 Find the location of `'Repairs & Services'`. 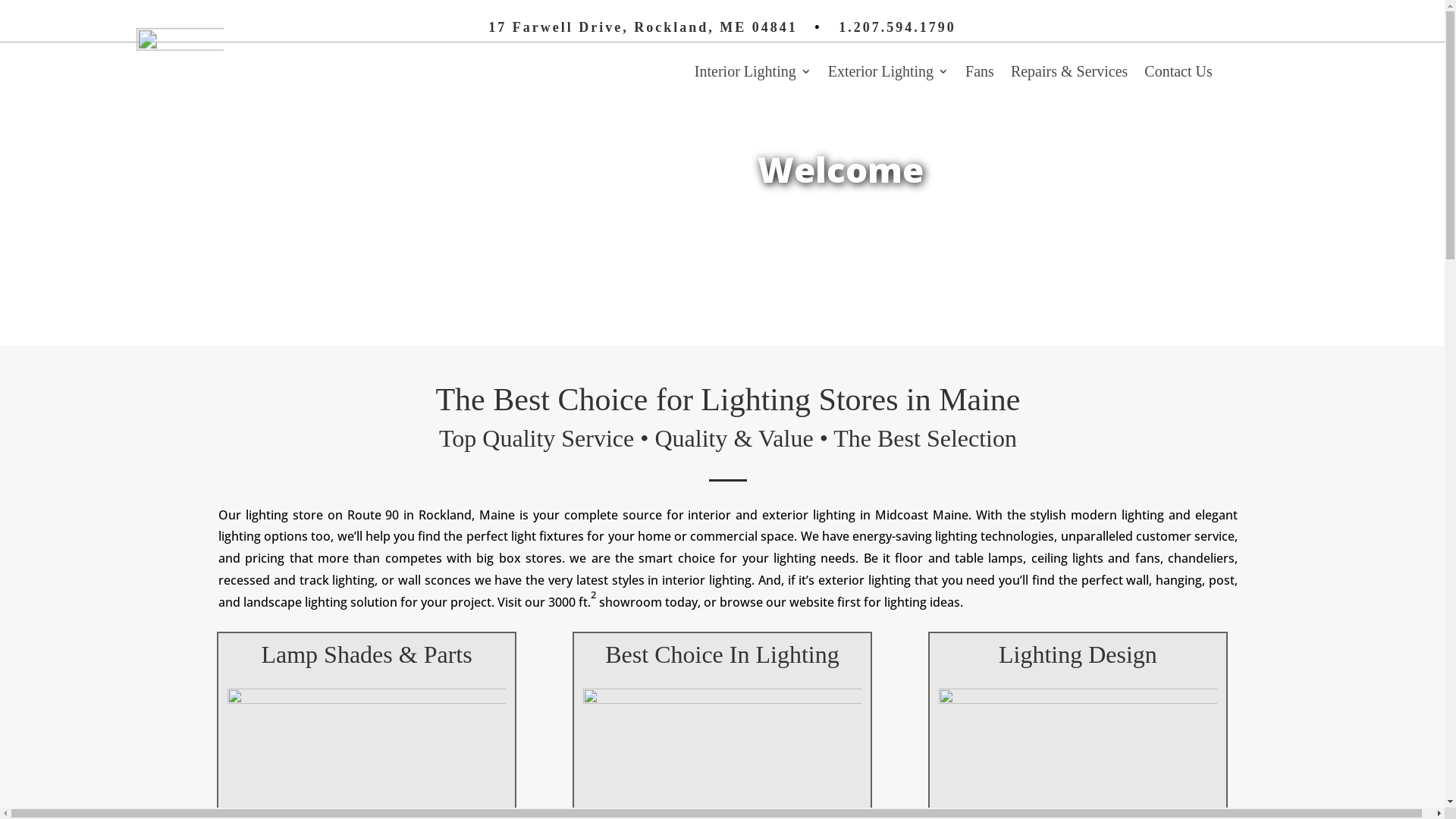

'Repairs & Services' is located at coordinates (1011, 74).